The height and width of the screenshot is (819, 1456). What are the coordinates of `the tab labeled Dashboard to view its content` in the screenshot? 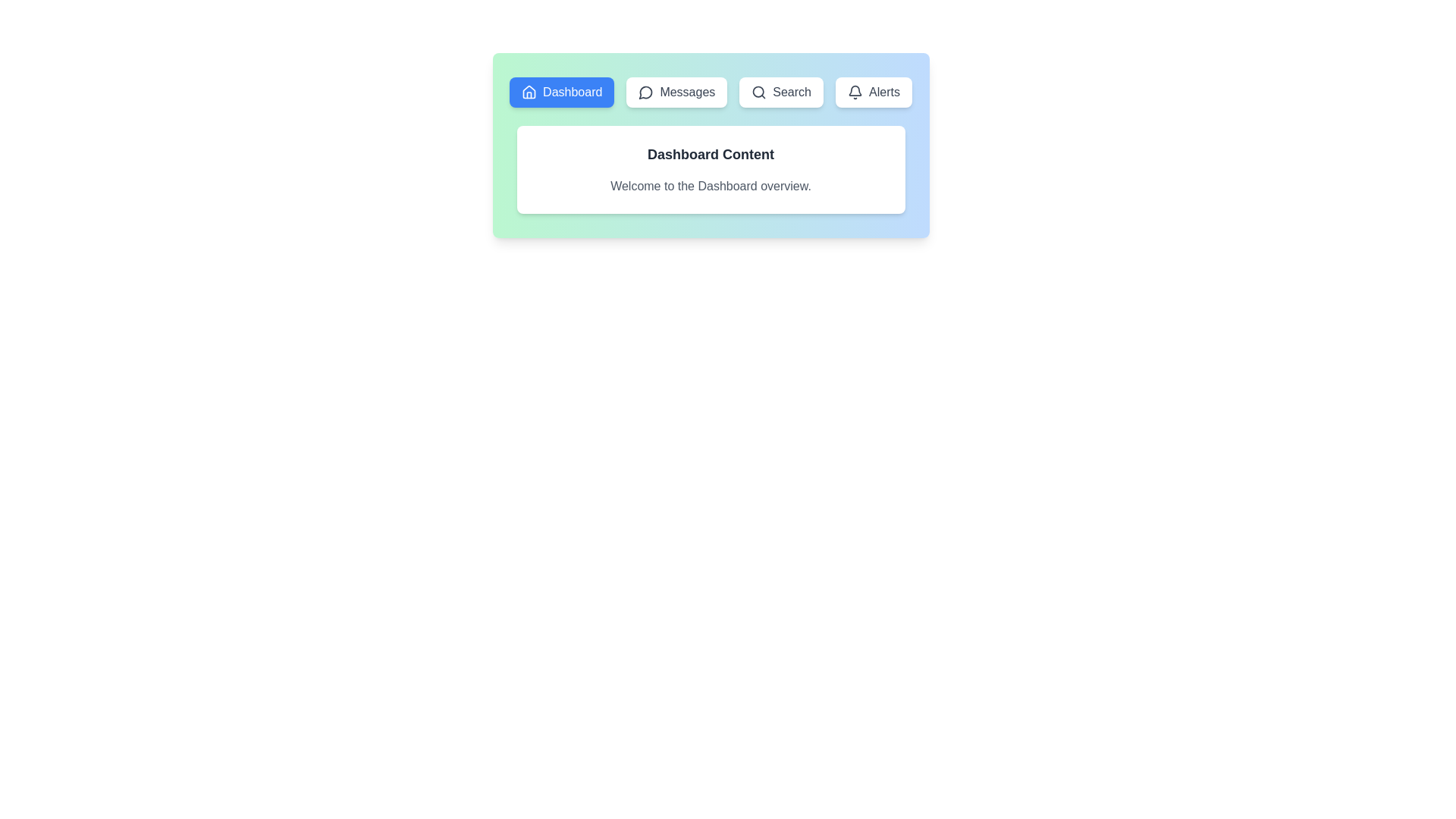 It's located at (561, 93).